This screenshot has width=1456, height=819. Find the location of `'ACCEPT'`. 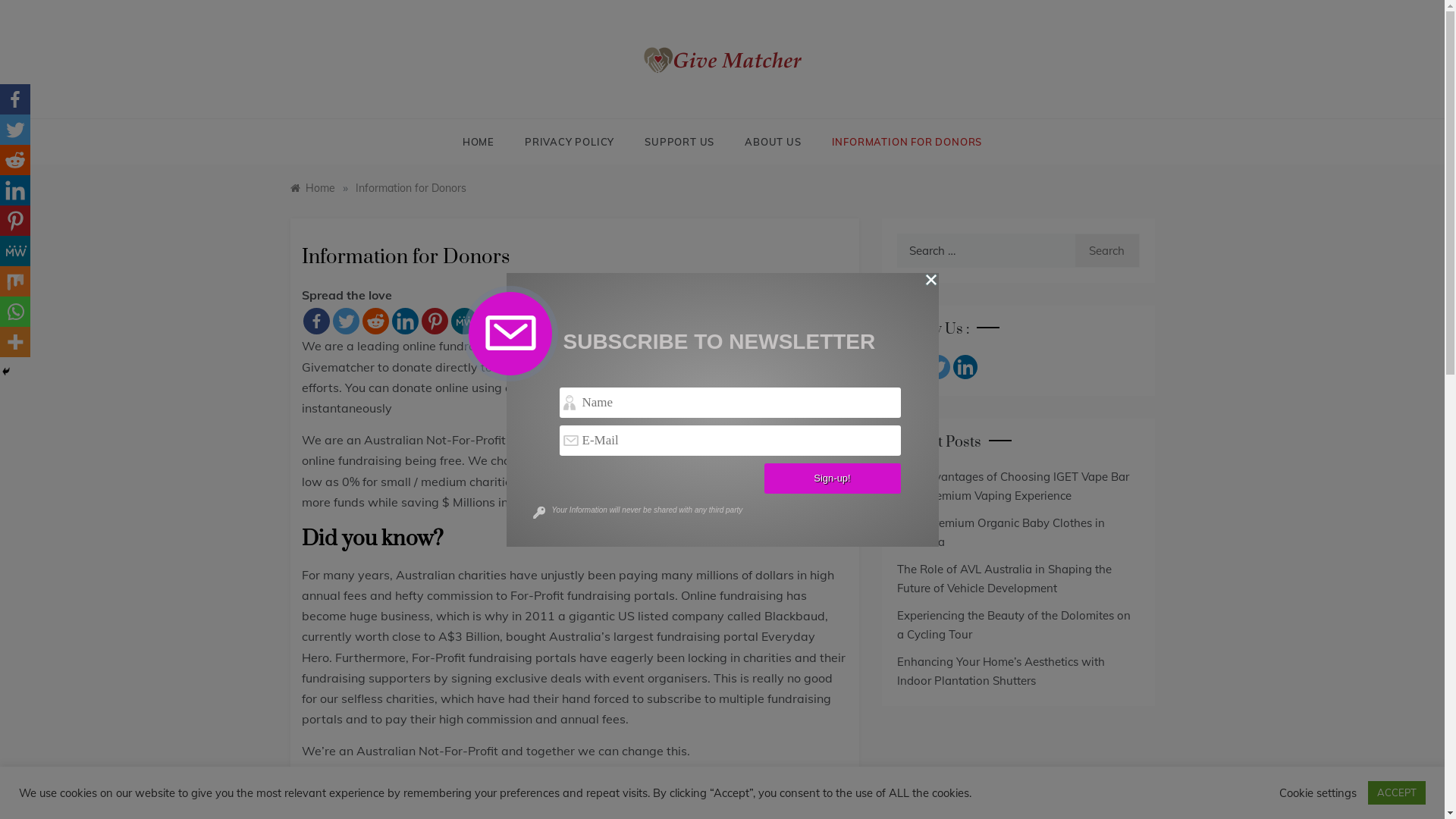

'ACCEPT' is located at coordinates (1396, 792).